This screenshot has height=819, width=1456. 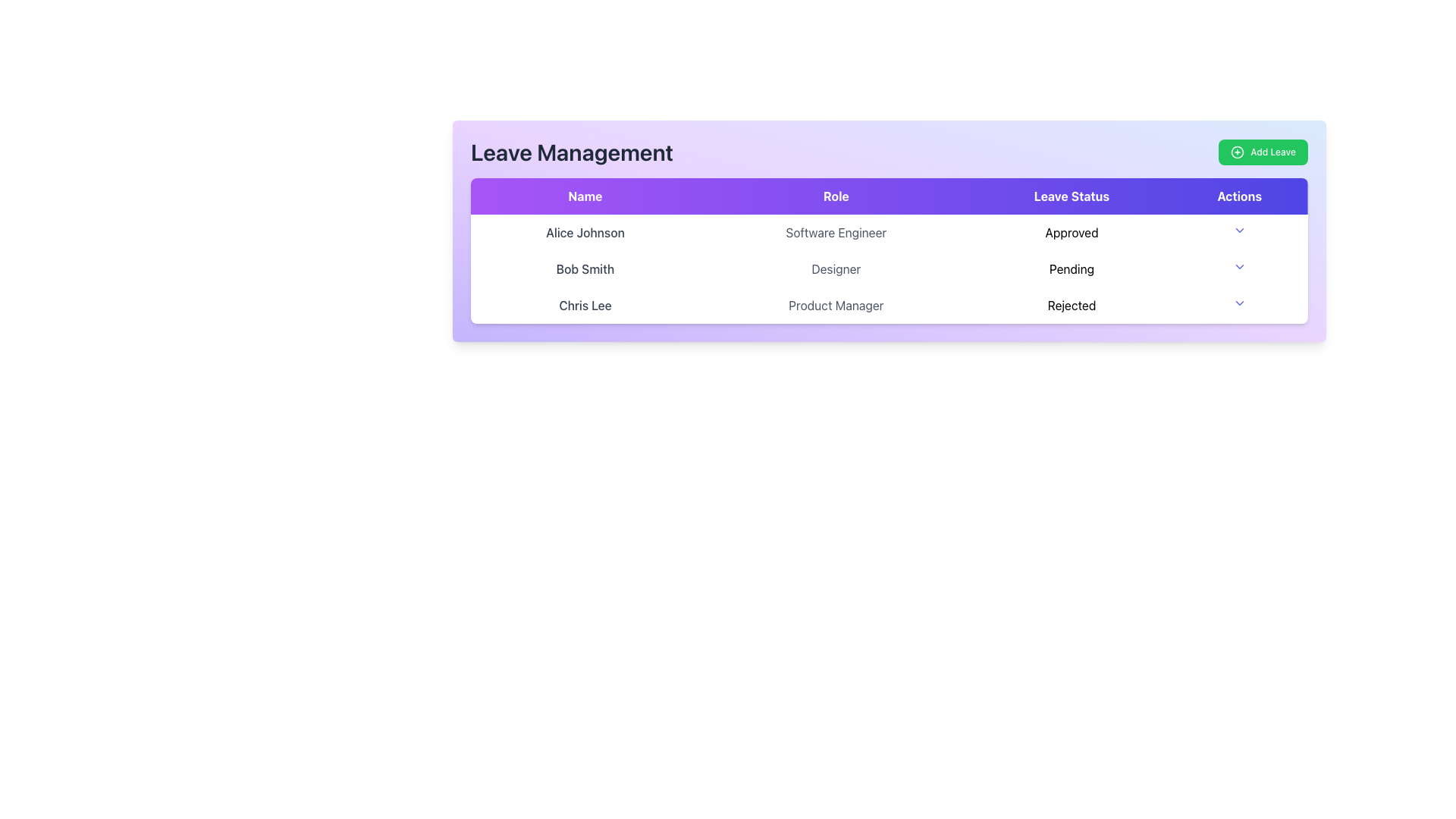 What do you see at coordinates (1239, 231) in the screenshot?
I see `the downward-facing chevron icon in the 'Actions' column for the 'Leave Status' labeled as 'Approved'` at bounding box center [1239, 231].